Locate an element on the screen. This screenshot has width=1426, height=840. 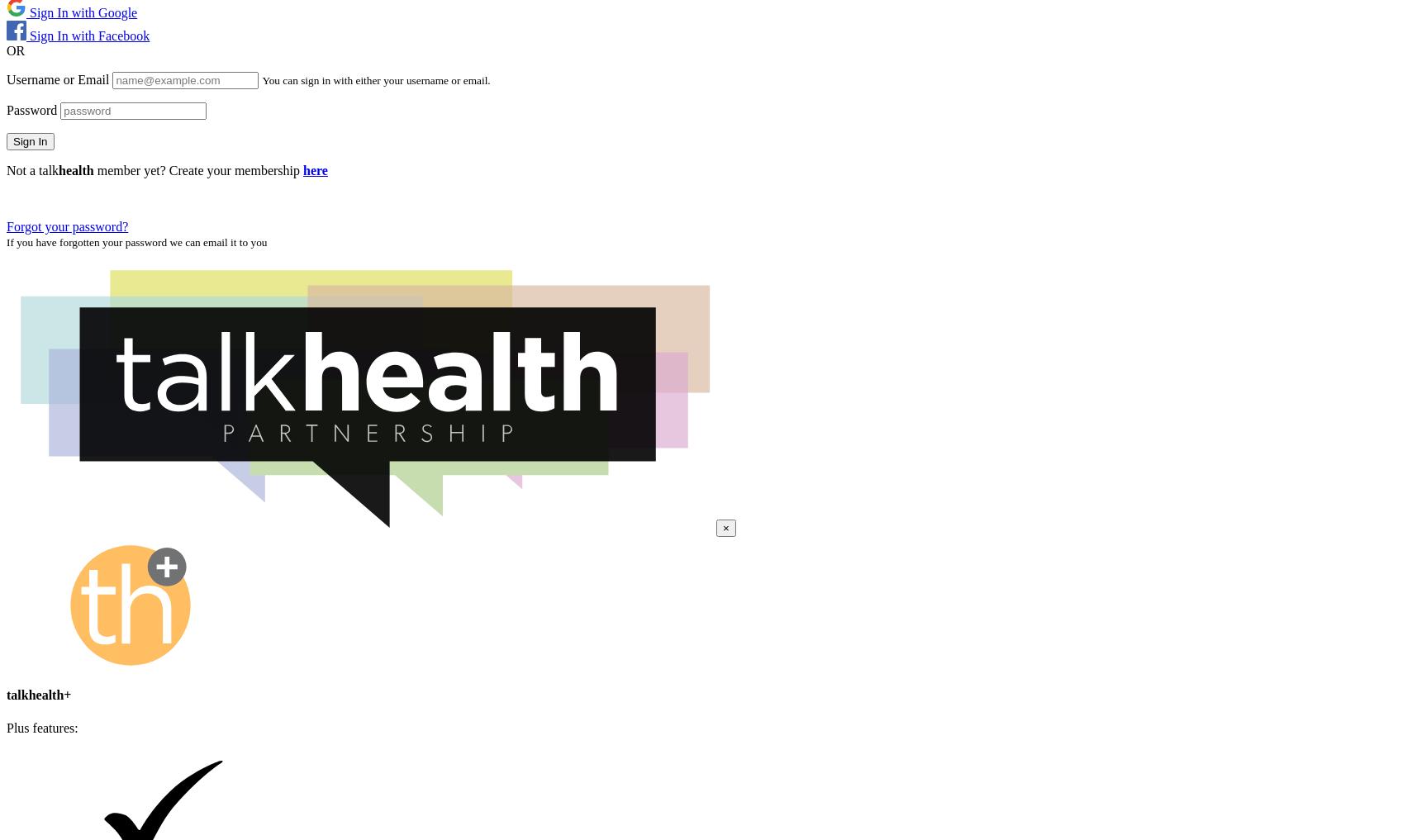
'Not a talk' is located at coordinates (32, 169).